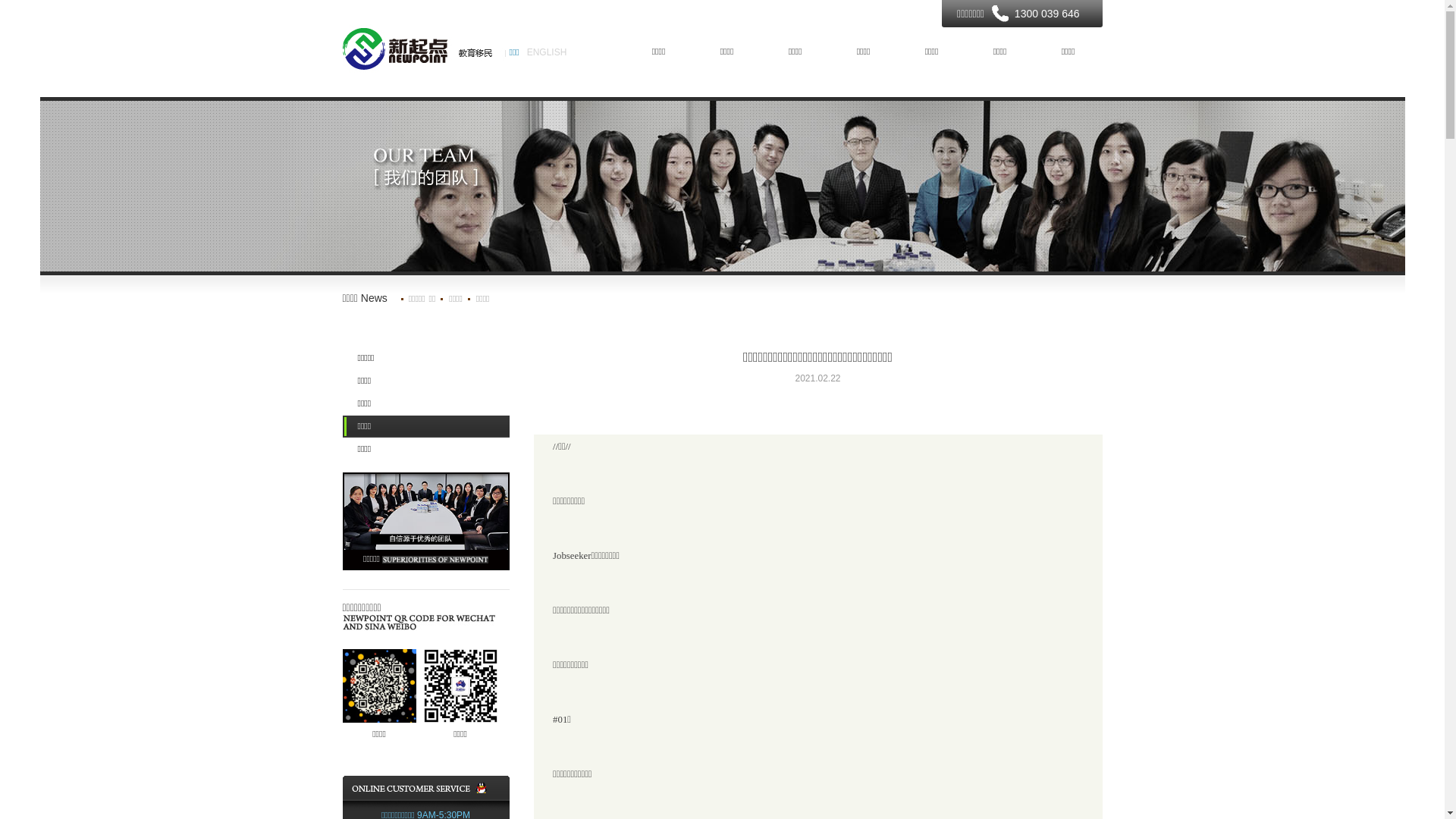 The height and width of the screenshot is (819, 1456). What do you see at coordinates (546, 52) in the screenshot?
I see `'ENGLISH'` at bounding box center [546, 52].